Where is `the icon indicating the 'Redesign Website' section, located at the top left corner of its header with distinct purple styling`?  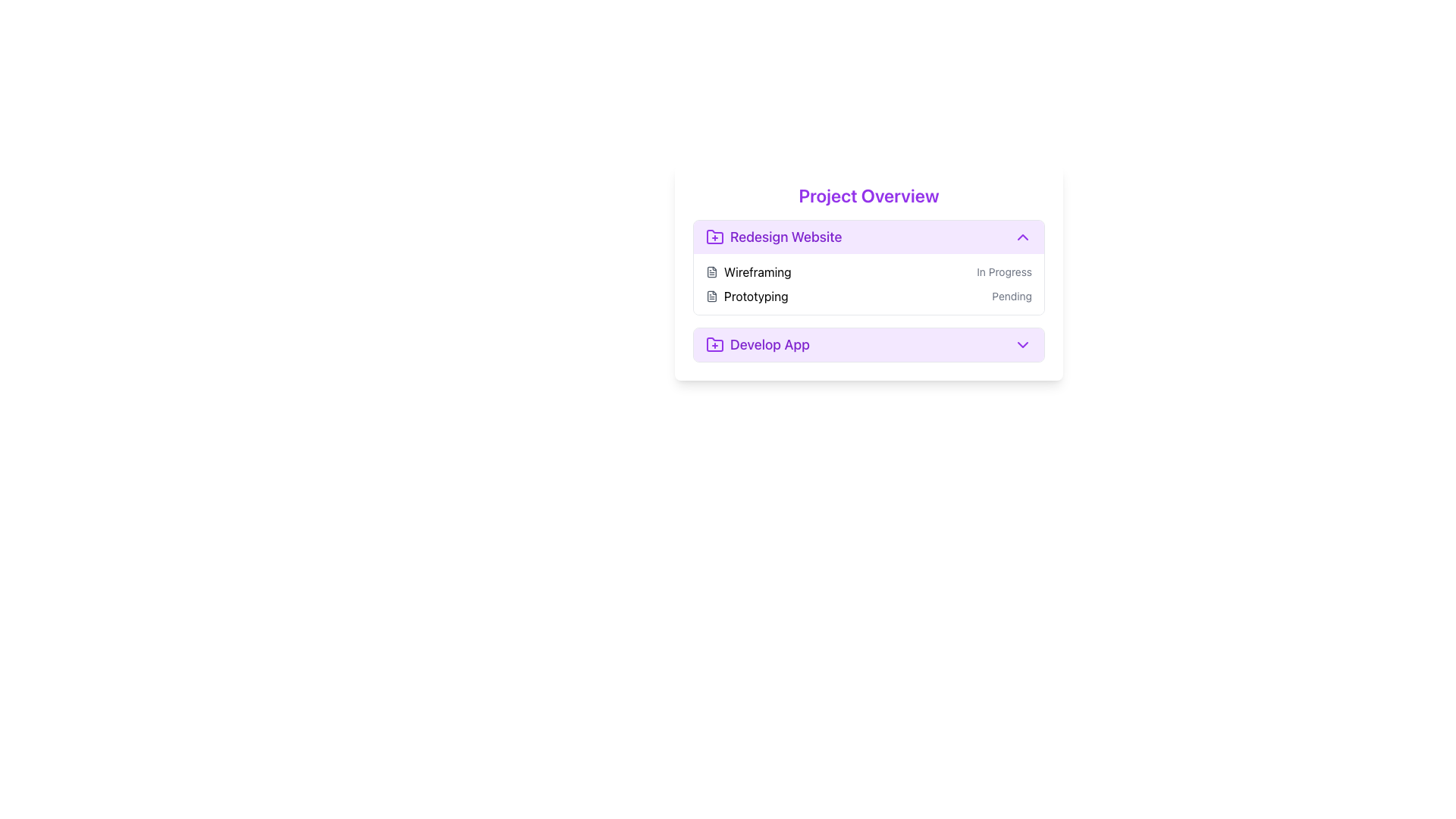
the icon indicating the 'Redesign Website' section, located at the top left corner of its header with distinct purple styling is located at coordinates (714, 237).